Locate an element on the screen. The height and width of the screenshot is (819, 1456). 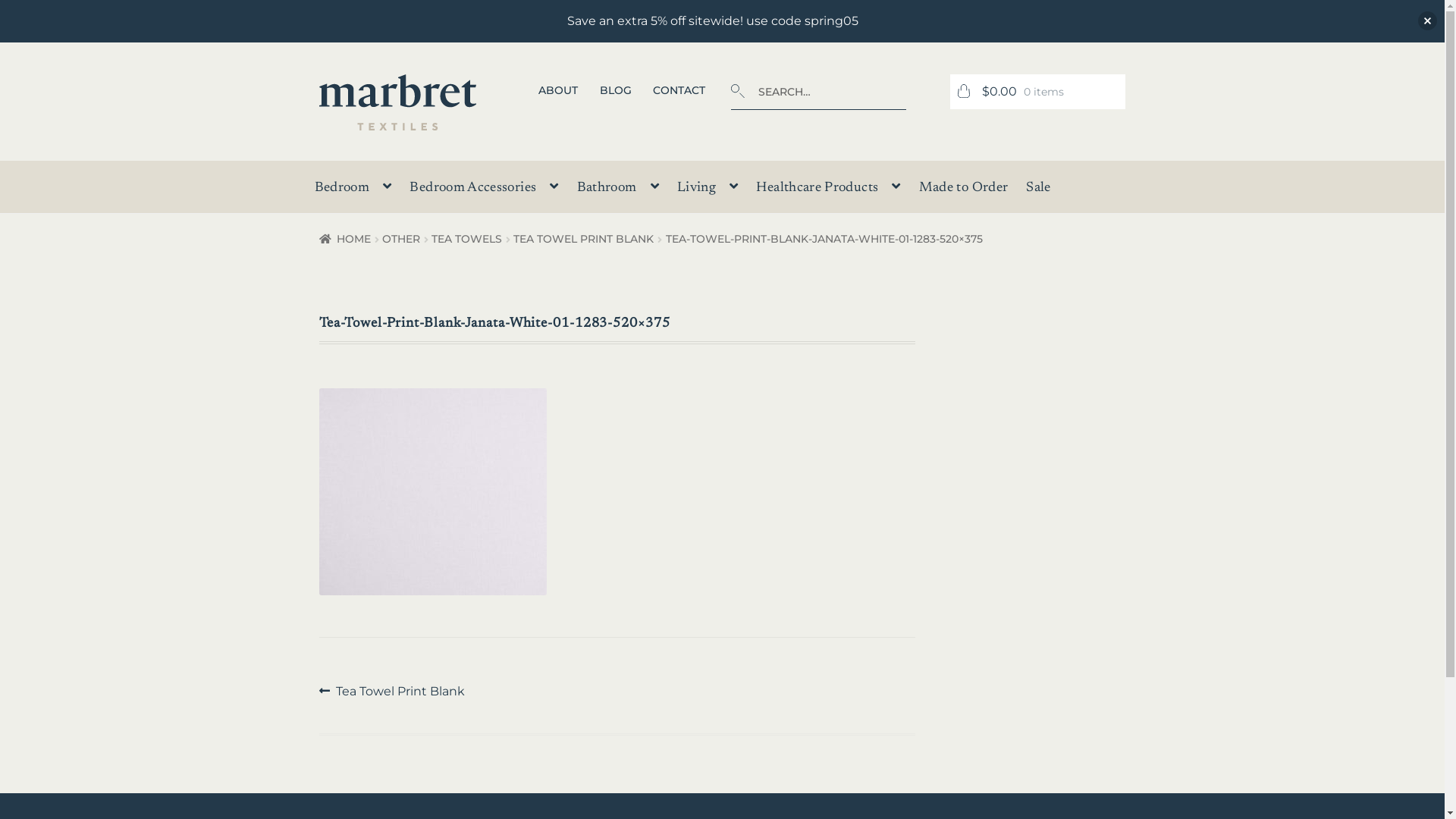
'CONTACT' is located at coordinates (679, 90).